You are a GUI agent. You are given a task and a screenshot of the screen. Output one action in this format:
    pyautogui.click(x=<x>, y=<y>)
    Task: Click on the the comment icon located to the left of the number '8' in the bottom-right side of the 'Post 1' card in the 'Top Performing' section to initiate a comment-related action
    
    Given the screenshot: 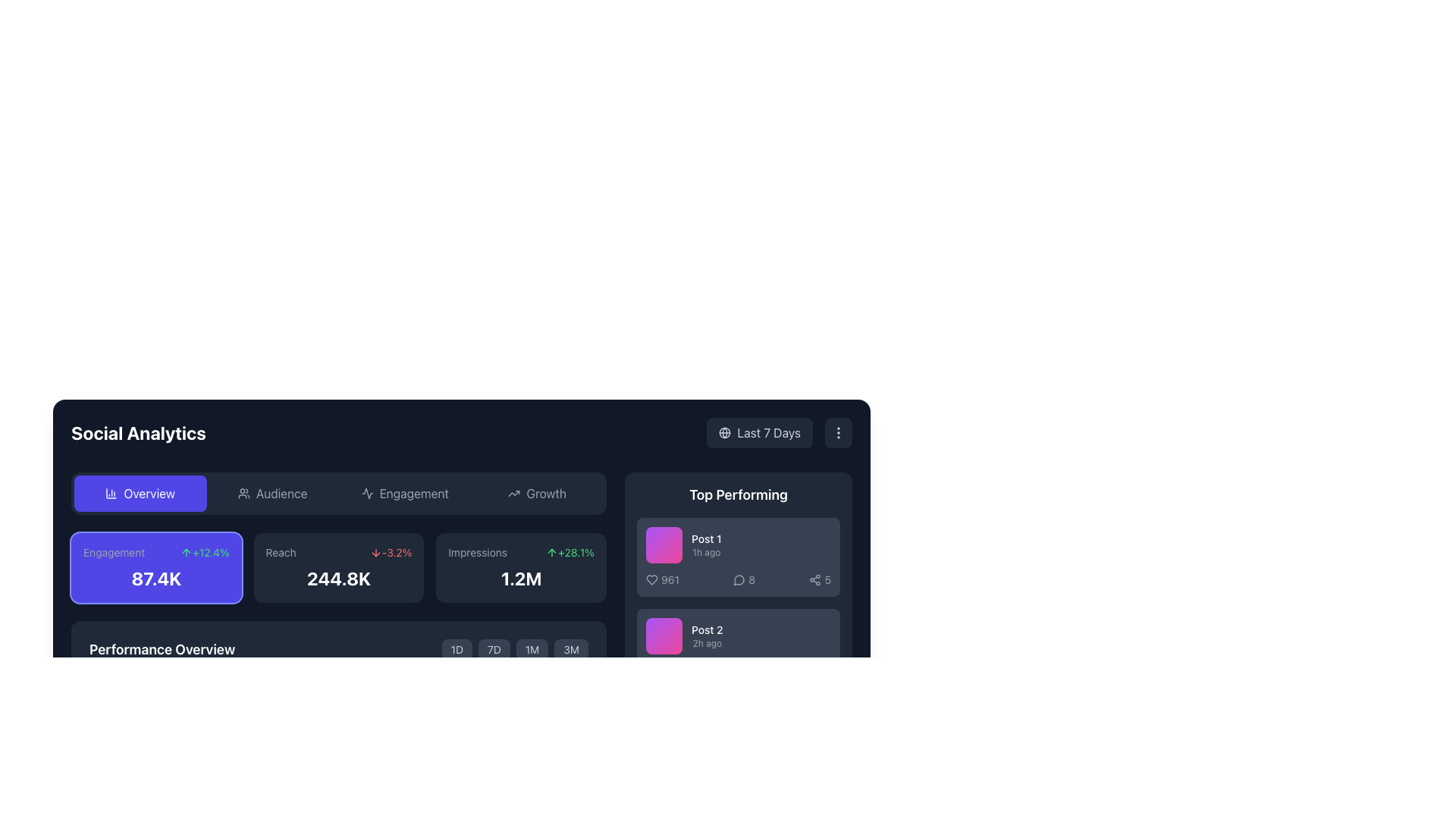 What is the action you would take?
    pyautogui.click(x=739, y=579)
    